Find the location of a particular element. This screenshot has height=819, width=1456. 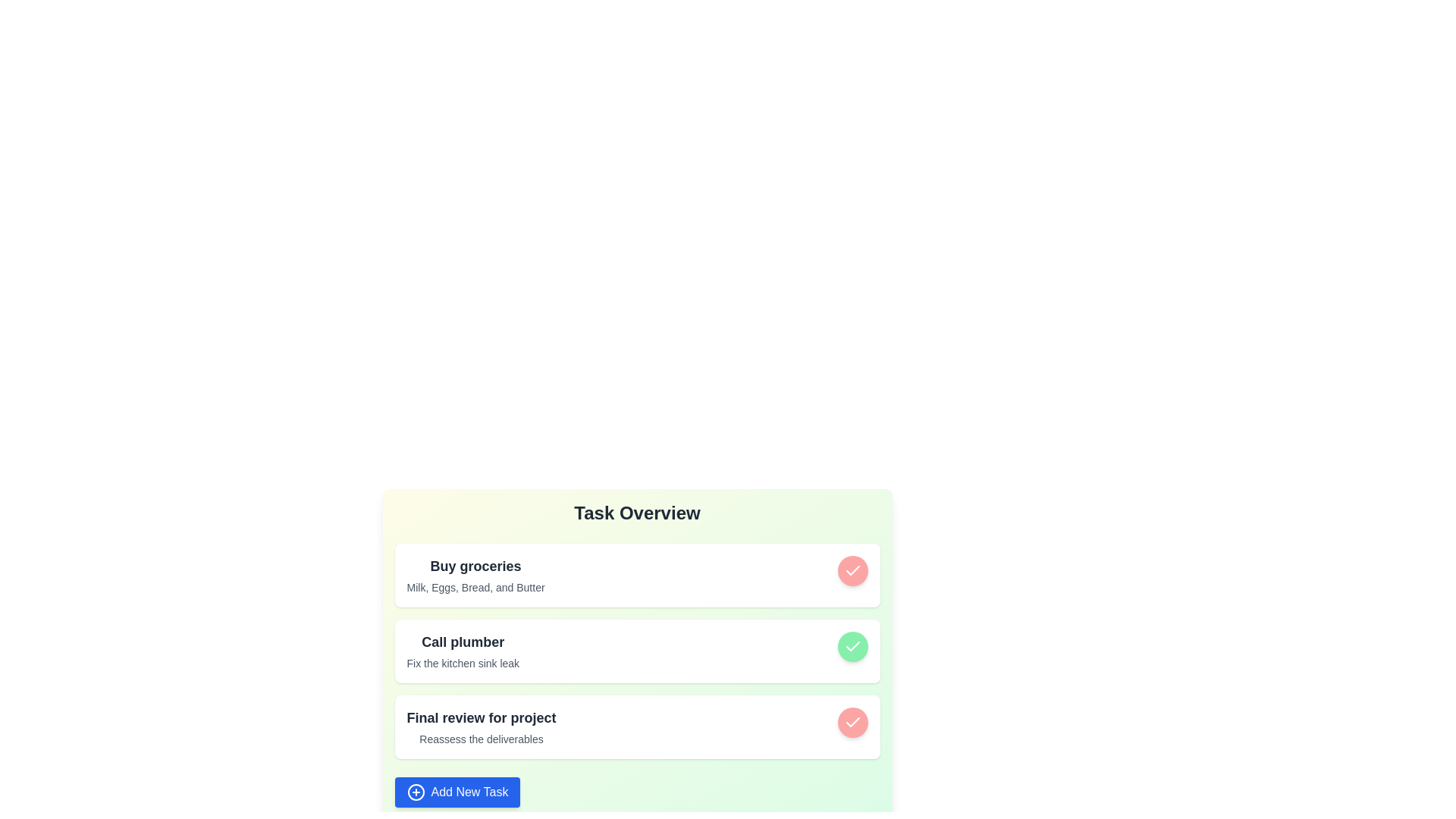

the 'Add New Task' button is located at coordinates (457, 792).